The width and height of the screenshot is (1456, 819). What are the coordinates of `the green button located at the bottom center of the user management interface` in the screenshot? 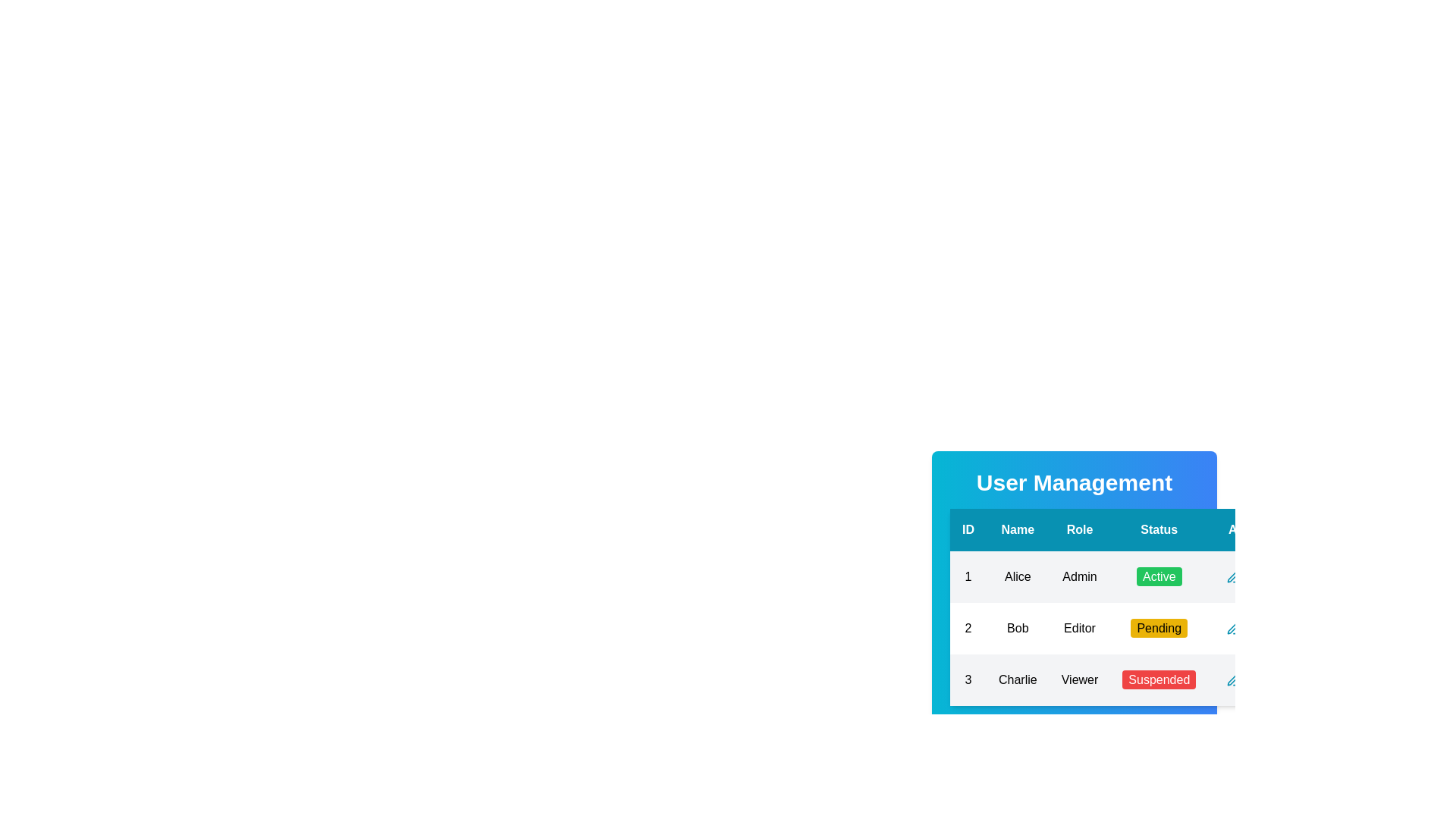 It's located at (1073, 733).